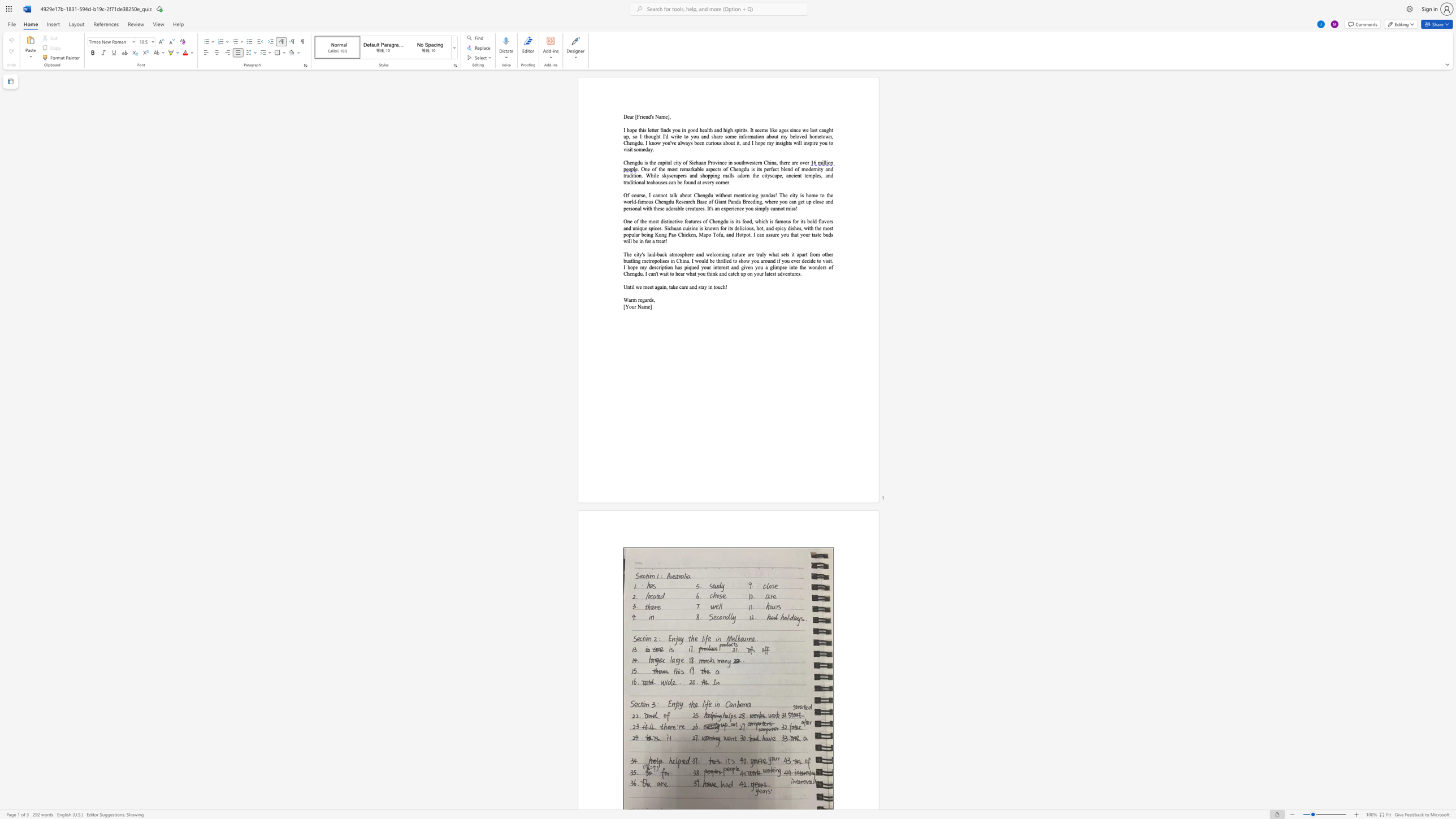  Describe the element at coordinates (662, 286) in the screenshot. I see `the subset text "in, take" within the text "Until we meet again, take"` at that location.